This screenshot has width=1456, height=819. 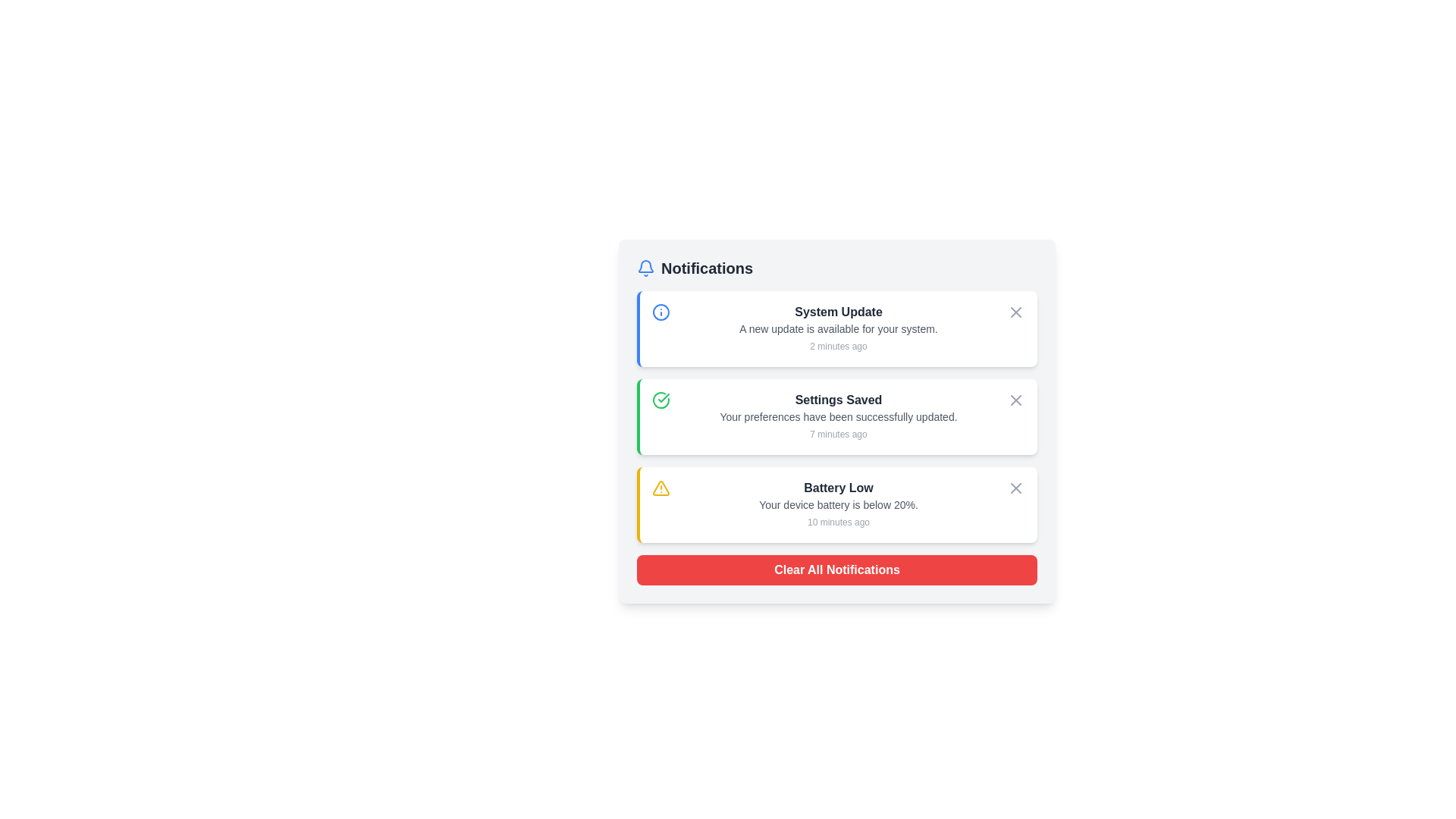 I want to click on notification message indicating the device's low battery level, located in the third row of the notification panel below 'Settings Saved.', so click(x=837, y=505).